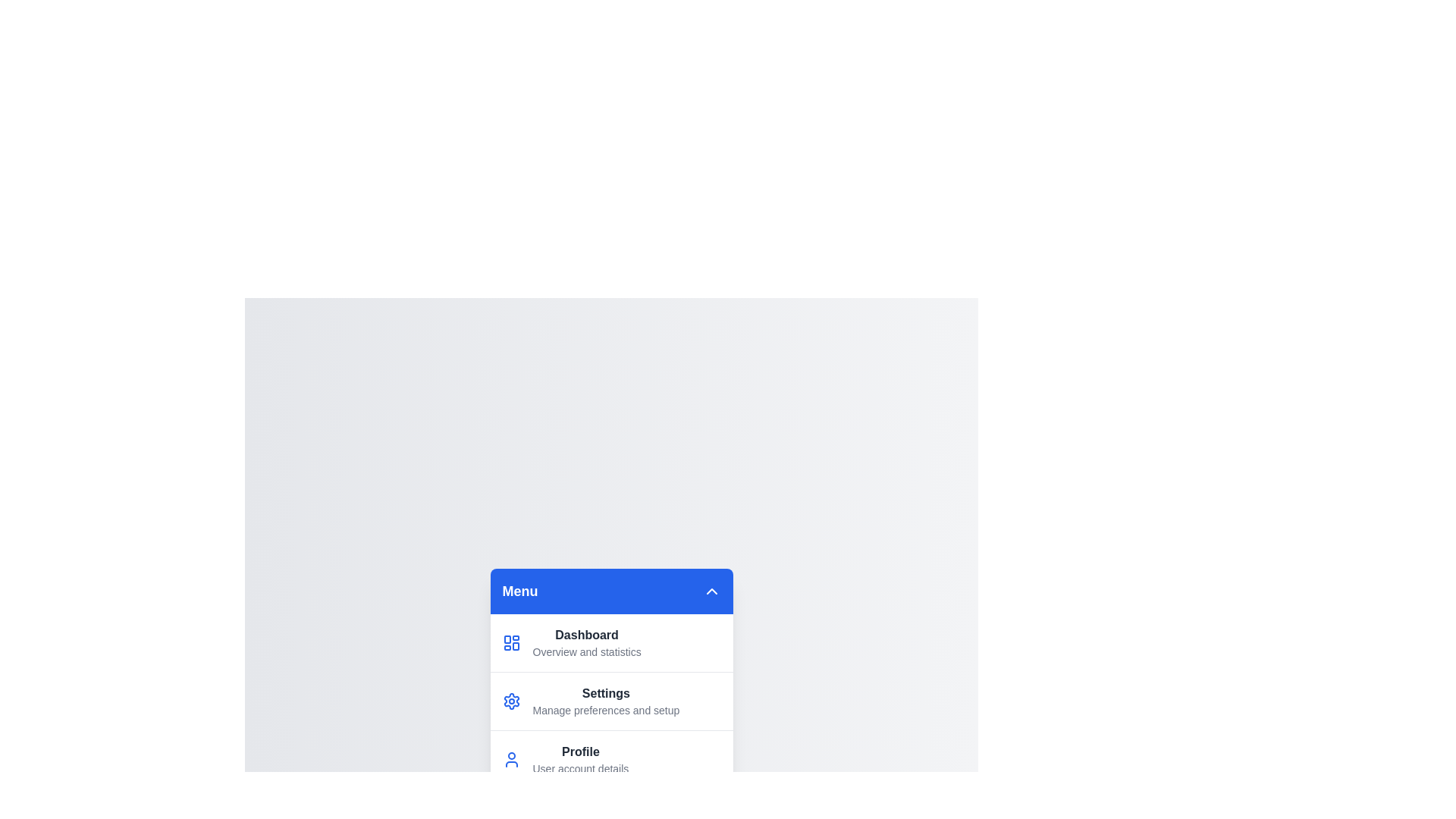 The height and width of the screenshot is (819, 1456). I want to click on the icon corresponding to the menu item 'Settings', so click(511, 701).